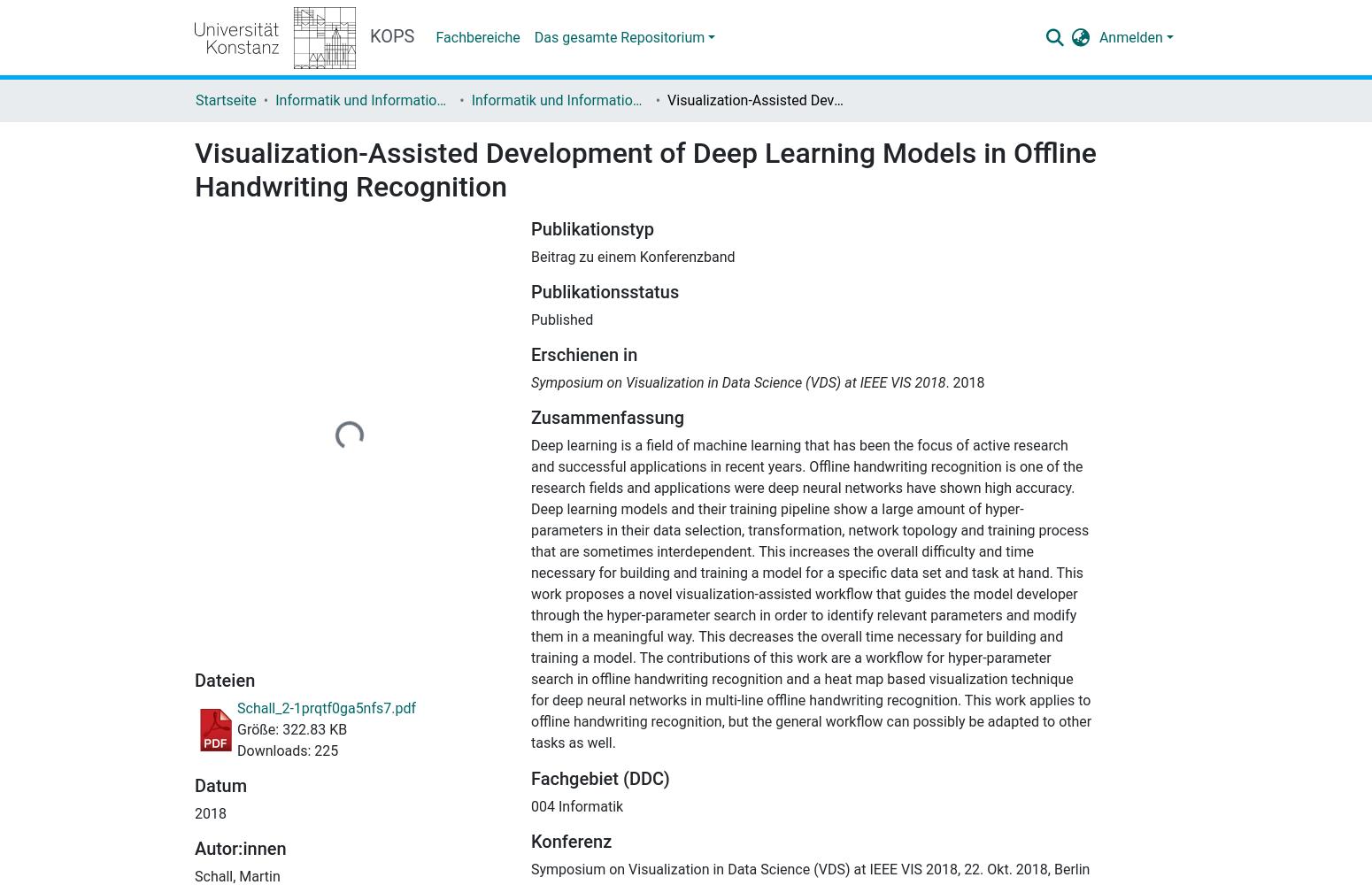 This screenshot has width=1372, height=885. I want to click on 'Schall, Martin', so click(236, 874).